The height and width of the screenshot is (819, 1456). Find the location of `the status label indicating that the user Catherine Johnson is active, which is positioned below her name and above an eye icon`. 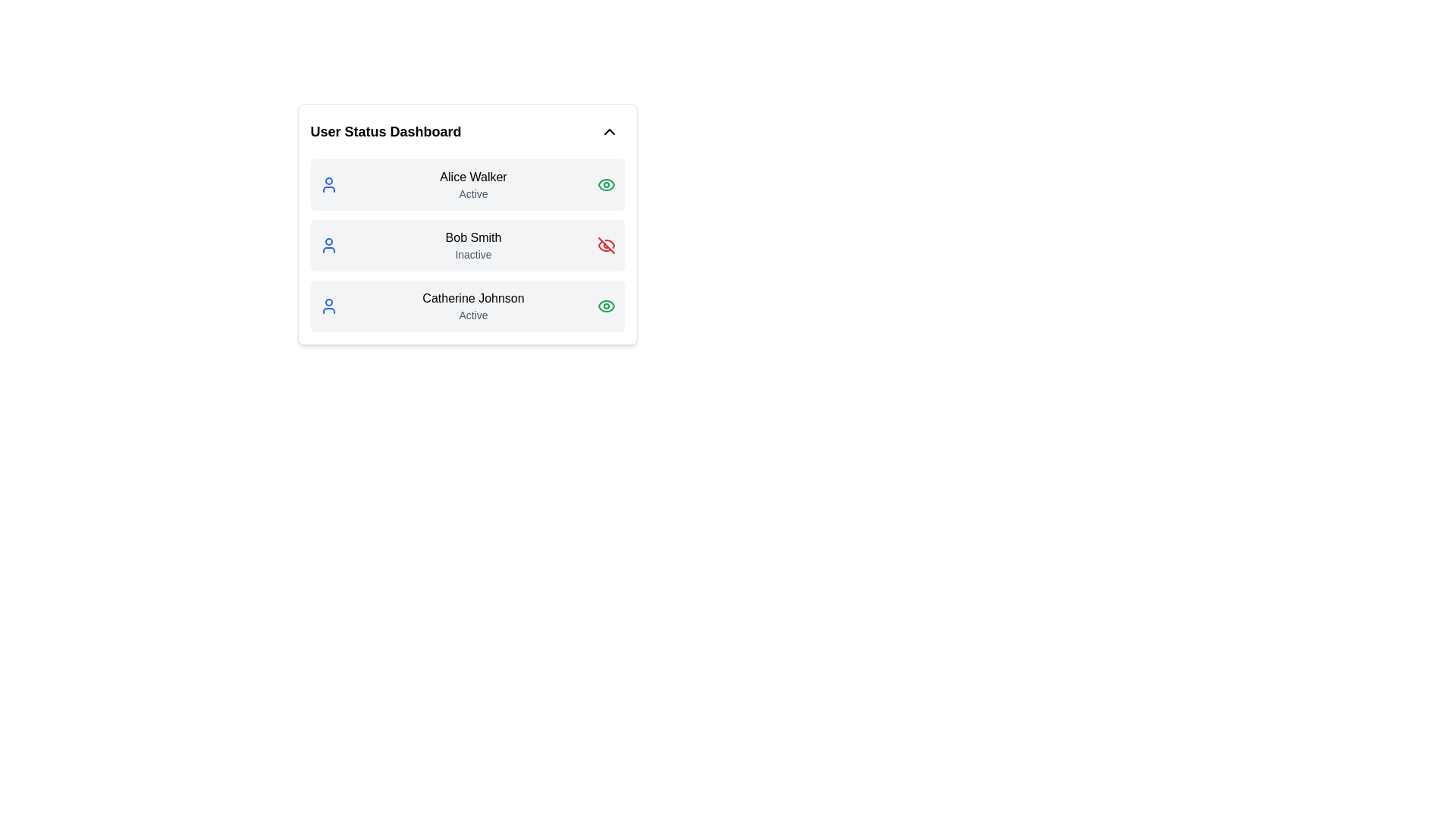

the status label indicating that the user Catherine Johnson is active, which is positioned below her name and above an eye icon is located at coordinates (472, 315).